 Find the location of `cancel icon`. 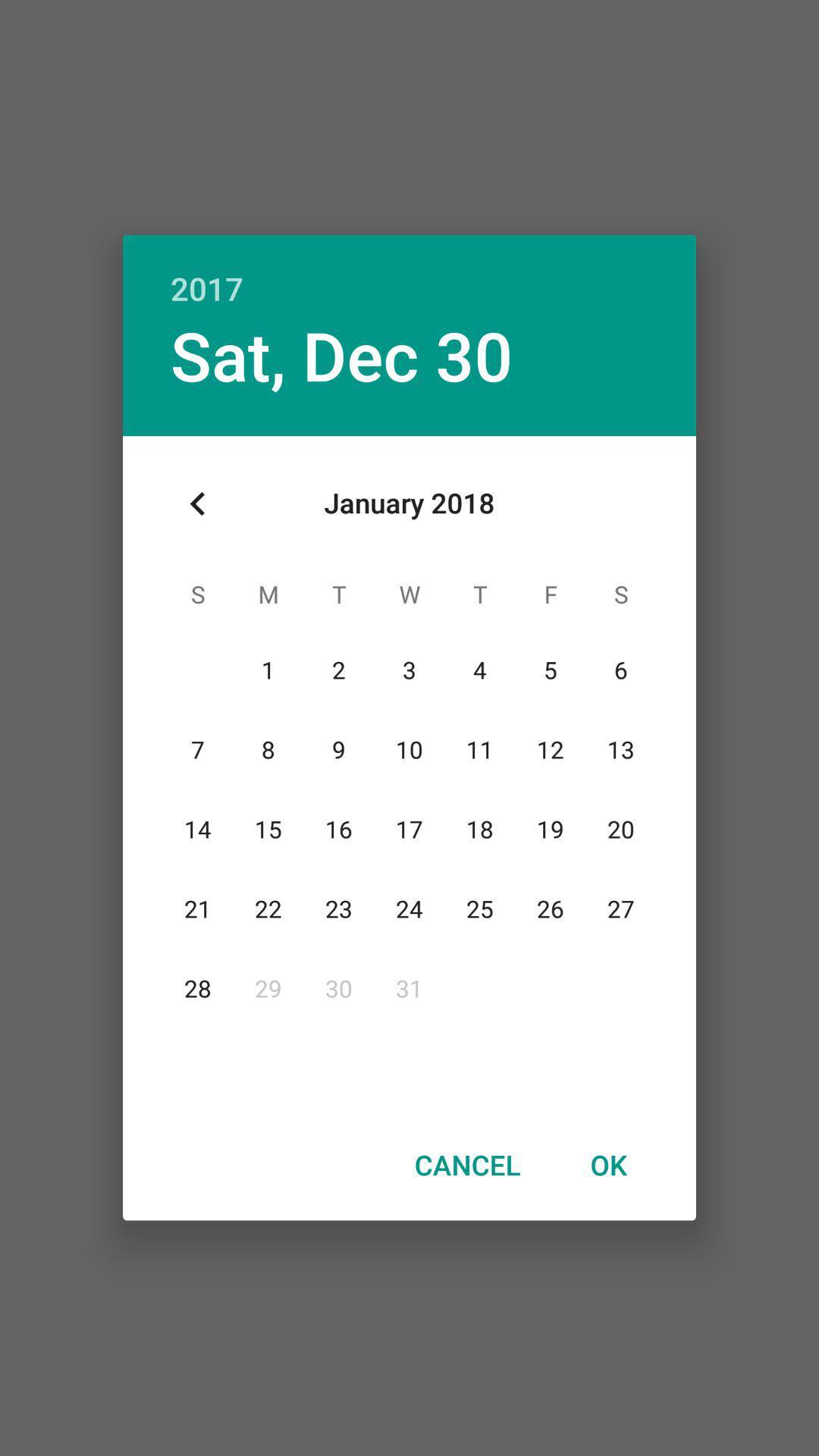

cancel icon is located at coordinates (466, 1164).